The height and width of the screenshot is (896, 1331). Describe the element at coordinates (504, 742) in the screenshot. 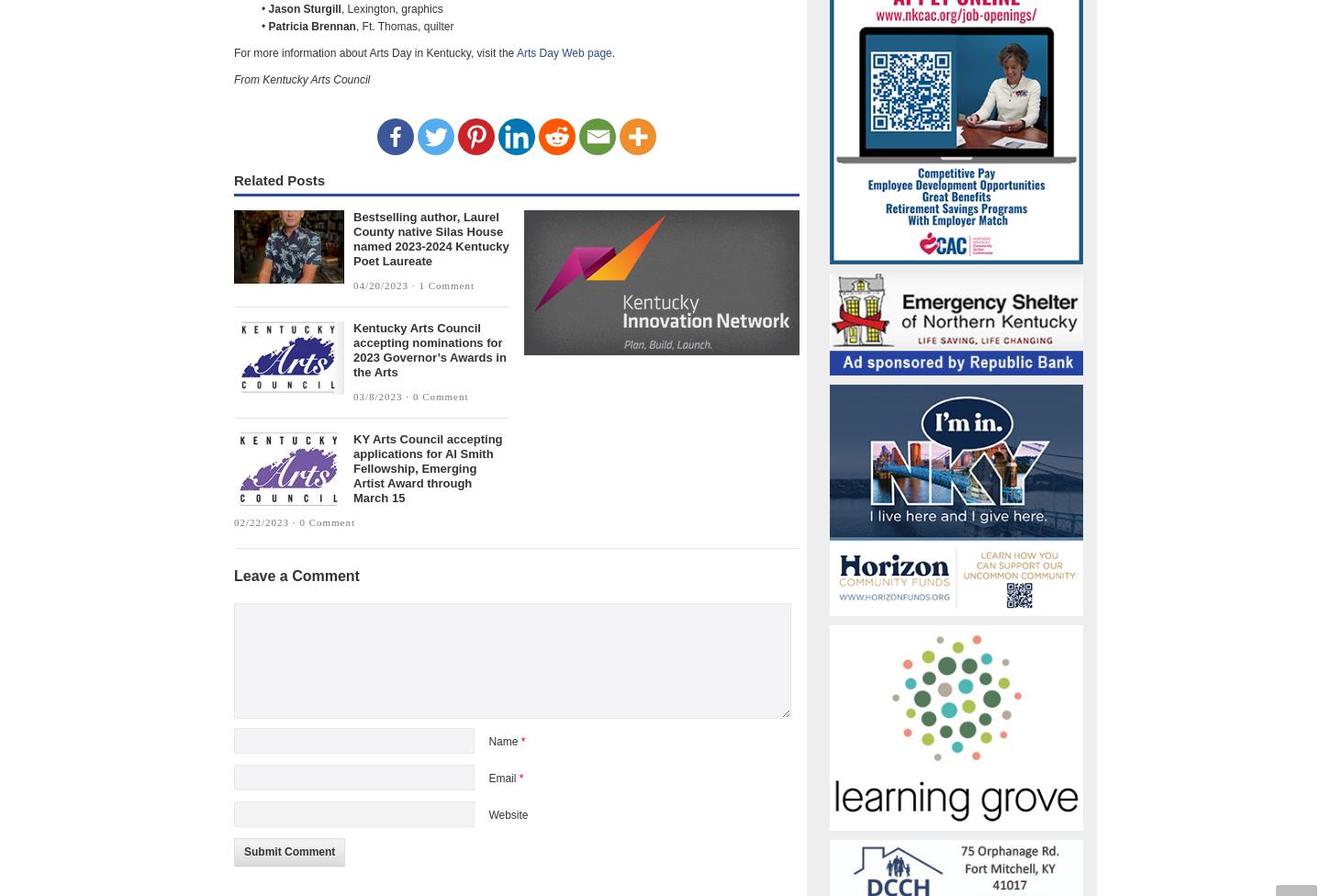

I see `'Name'` at that location.